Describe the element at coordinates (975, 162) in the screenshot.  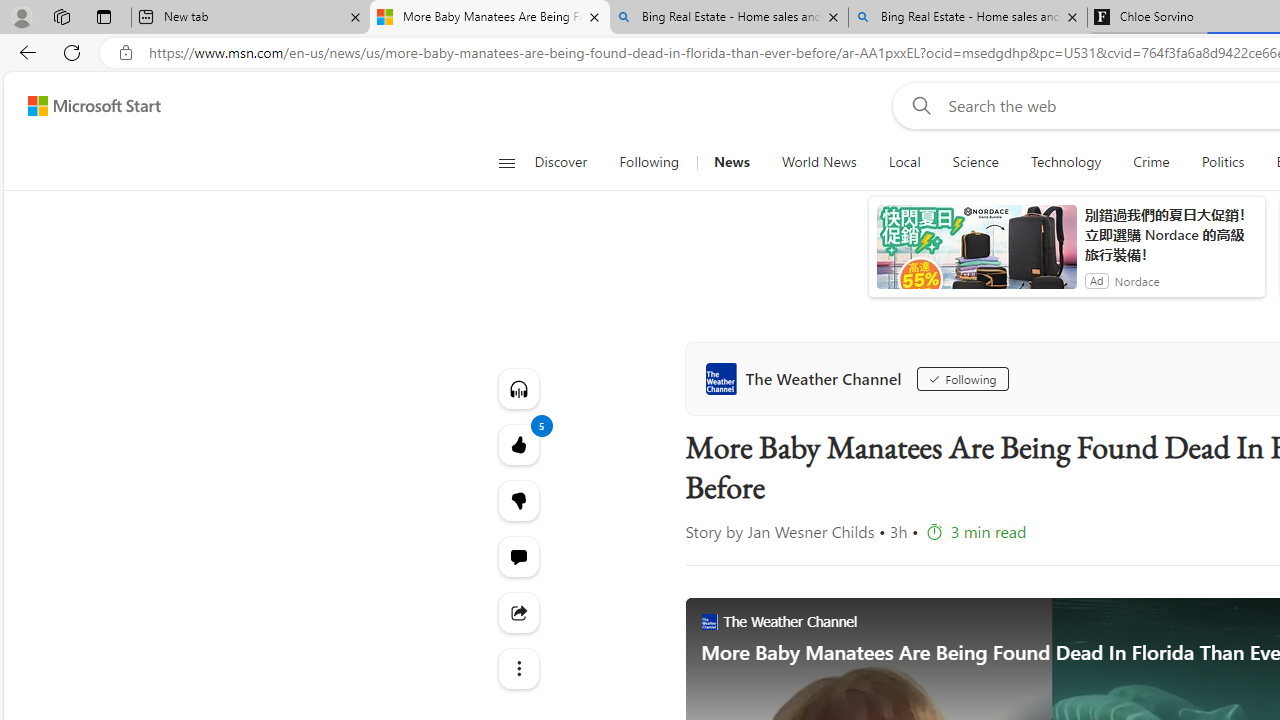
I see `'Science'` at that location.